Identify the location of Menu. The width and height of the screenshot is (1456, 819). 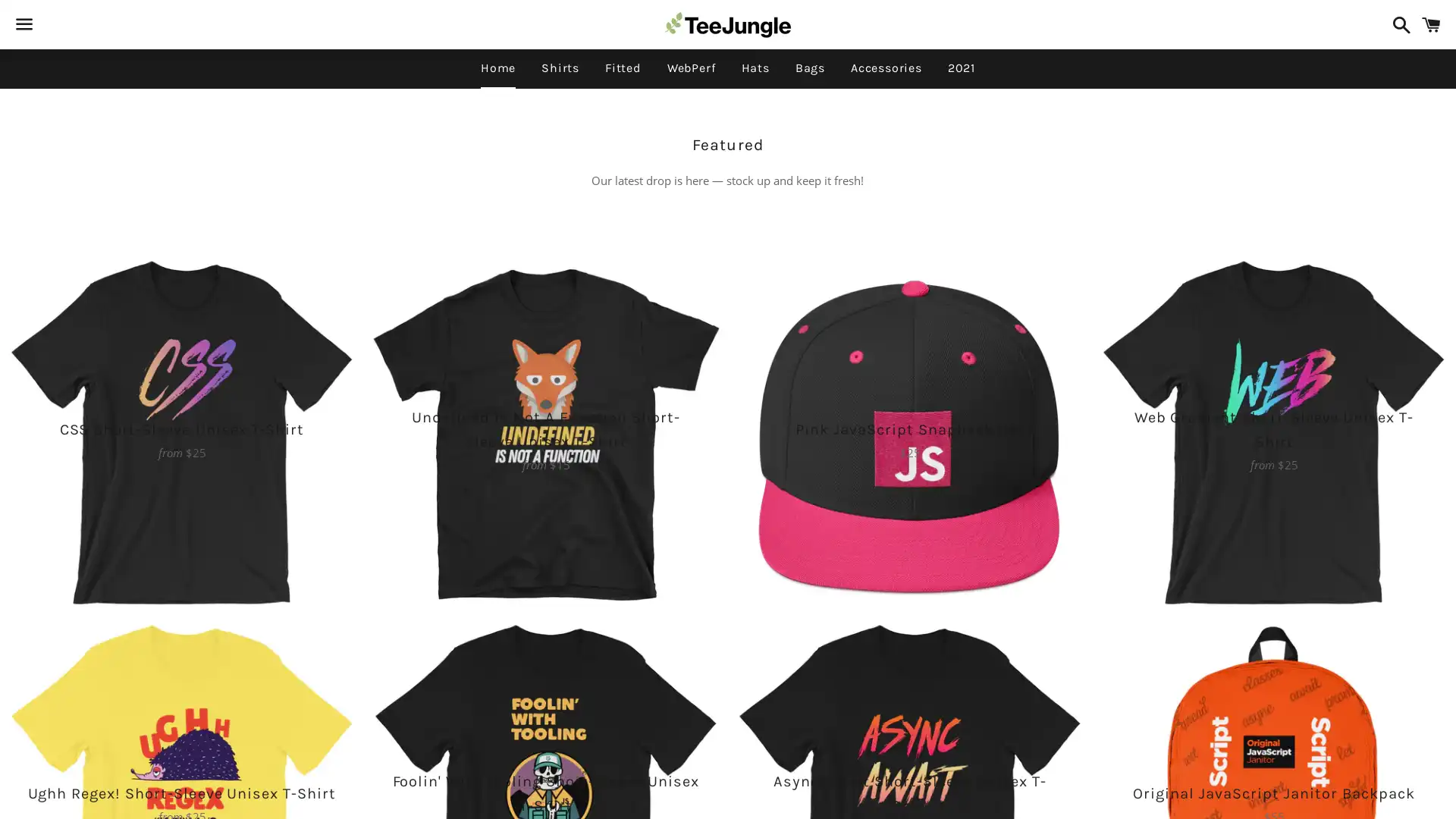
(24, 24).